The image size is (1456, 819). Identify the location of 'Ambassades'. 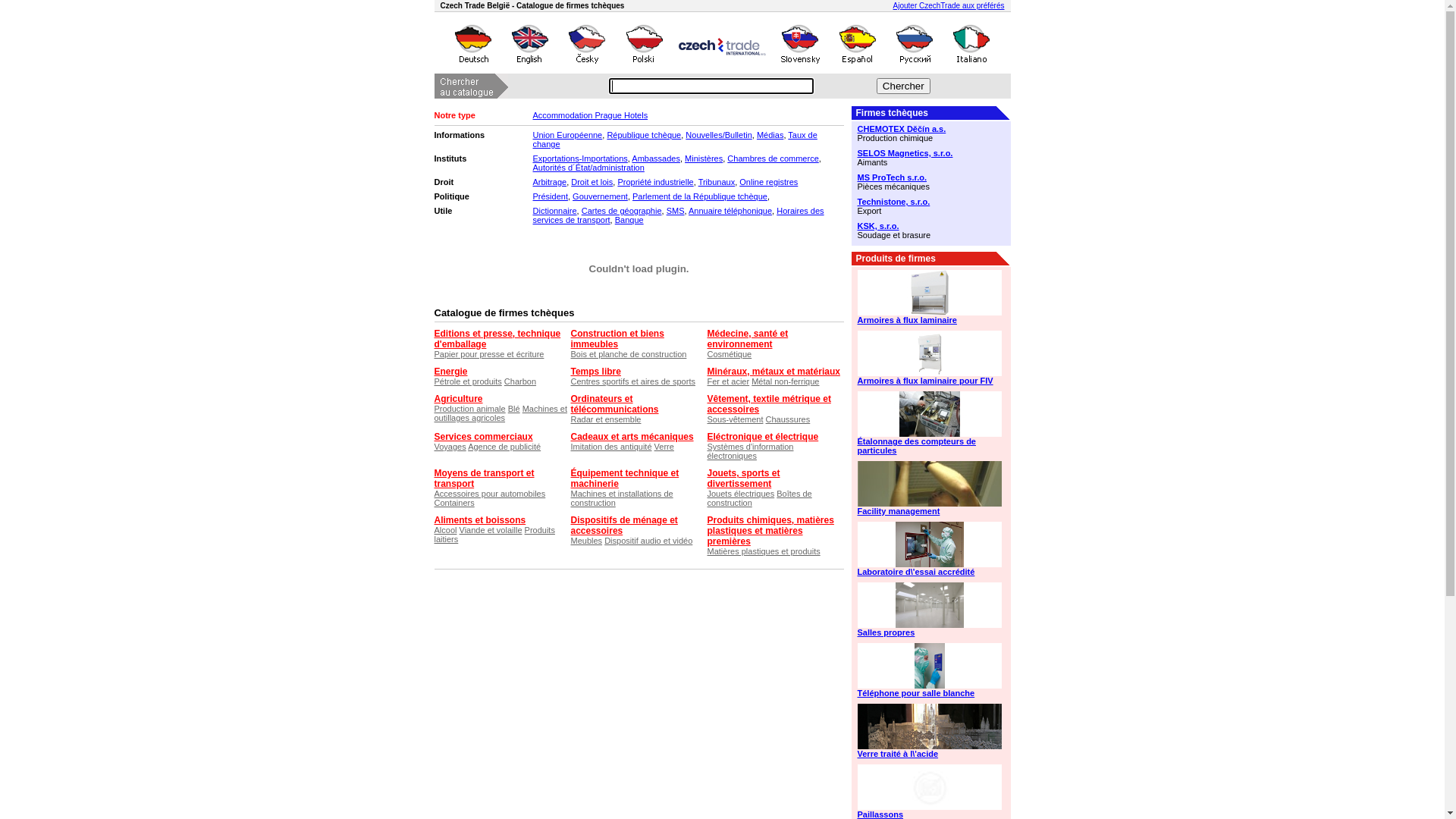
(655, 158).